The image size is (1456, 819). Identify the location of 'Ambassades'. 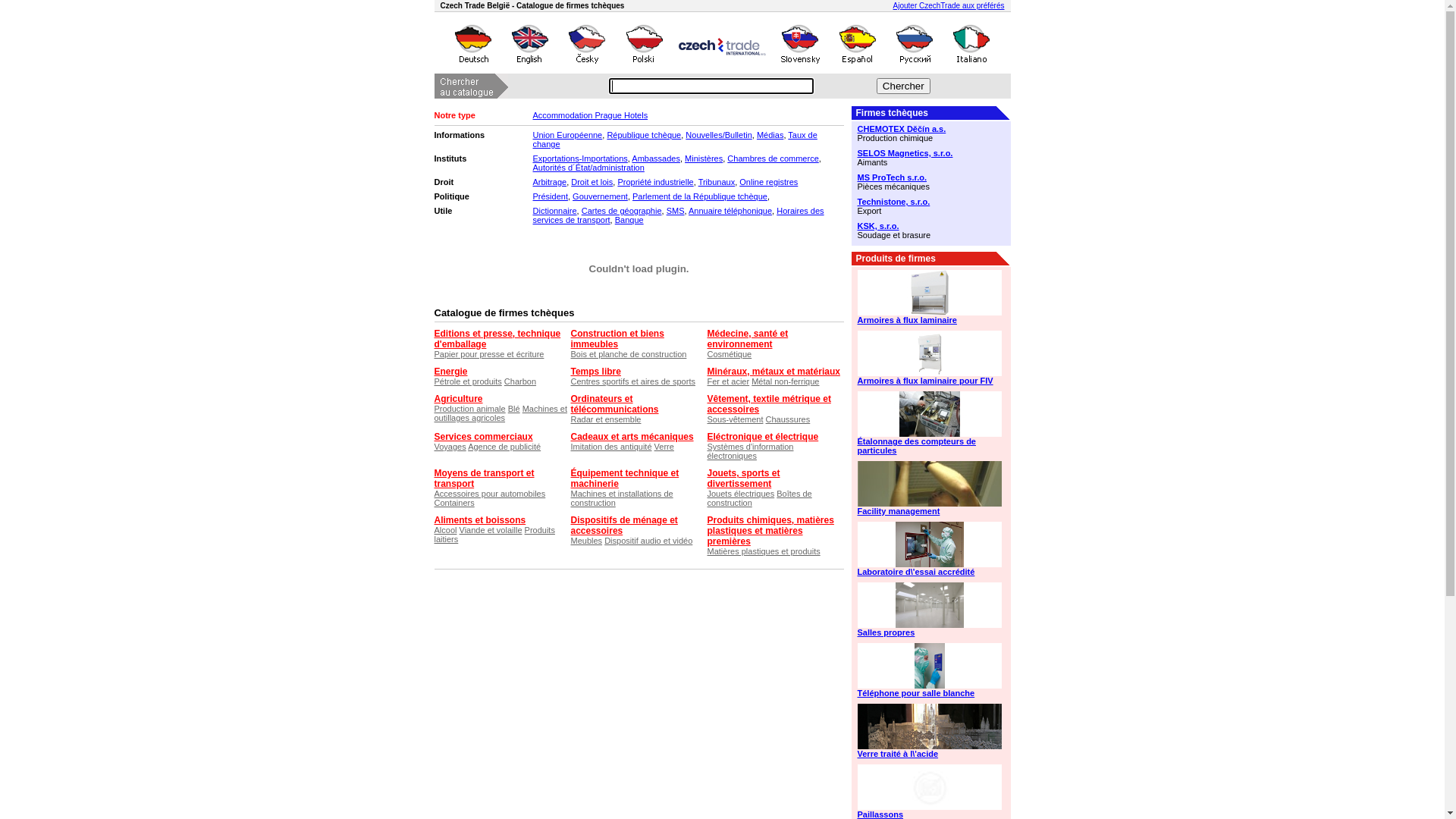
(655, 158).